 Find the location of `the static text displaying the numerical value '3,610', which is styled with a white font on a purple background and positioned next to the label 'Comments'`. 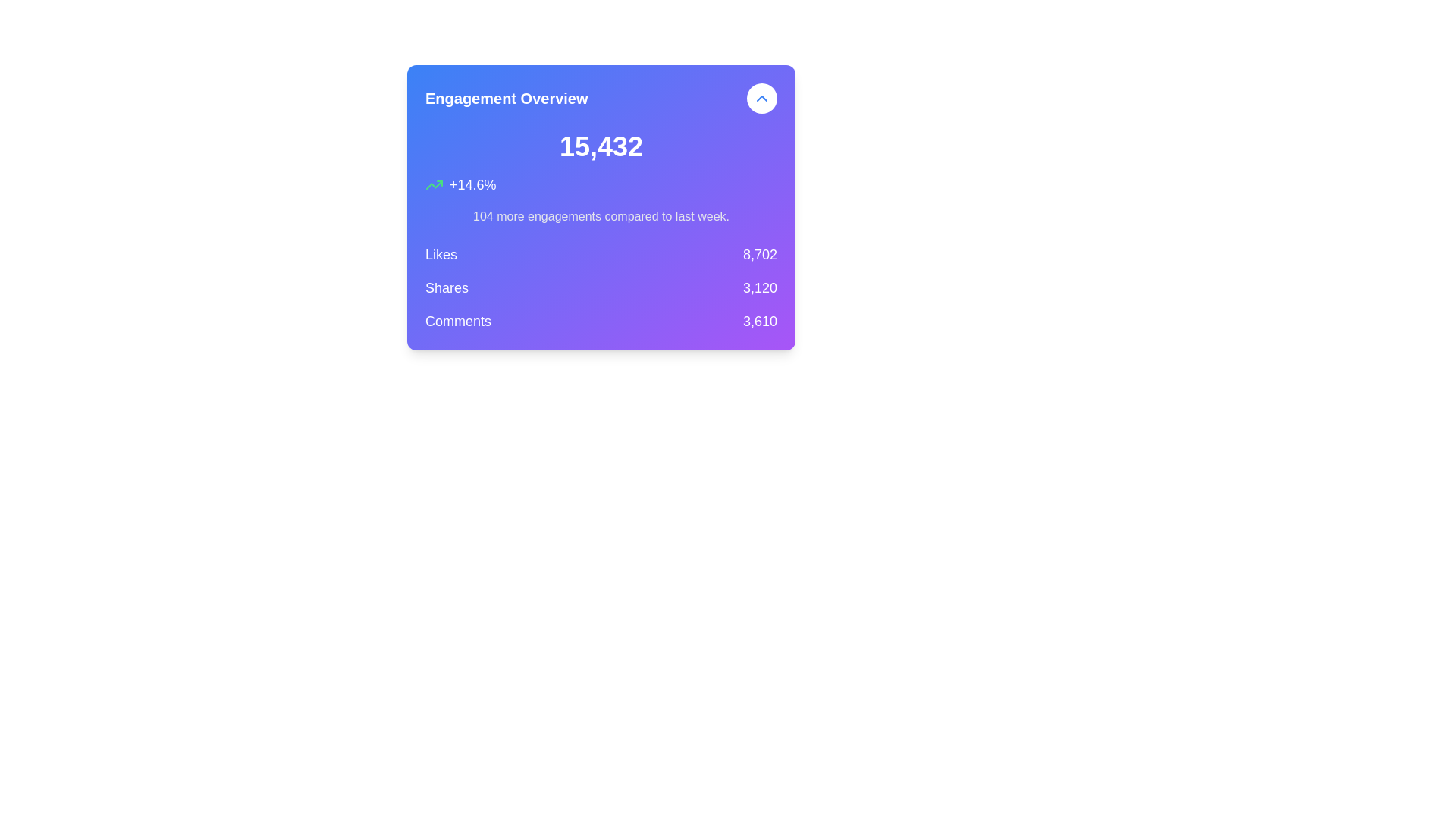

the static text displaying the numerical value '3,610', which is styled with a white font on a purple background and positioned next to the label 'Comments' is located at coordinates (760, 321).